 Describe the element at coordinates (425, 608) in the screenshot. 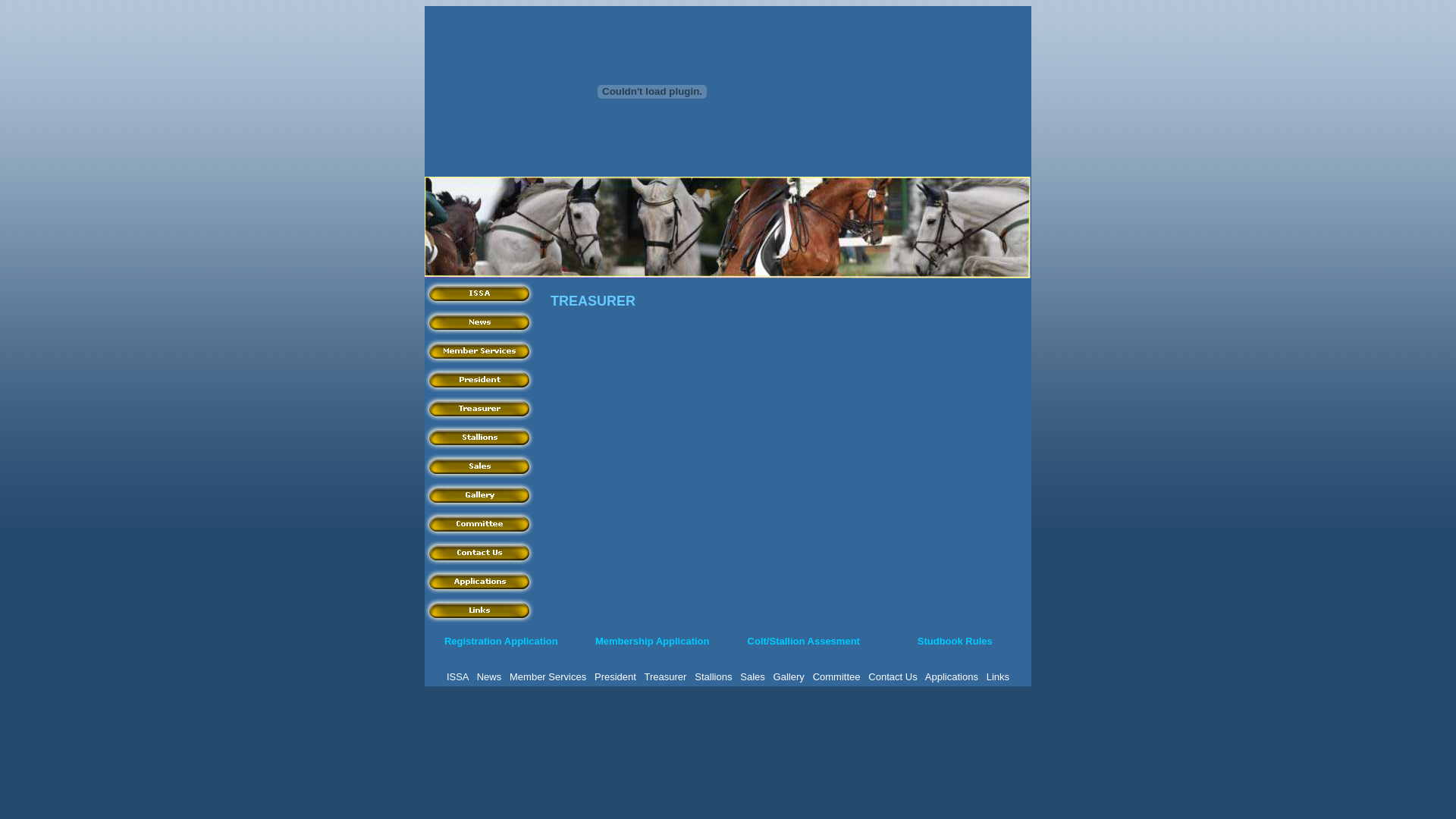

I see `'Links'` at that location.